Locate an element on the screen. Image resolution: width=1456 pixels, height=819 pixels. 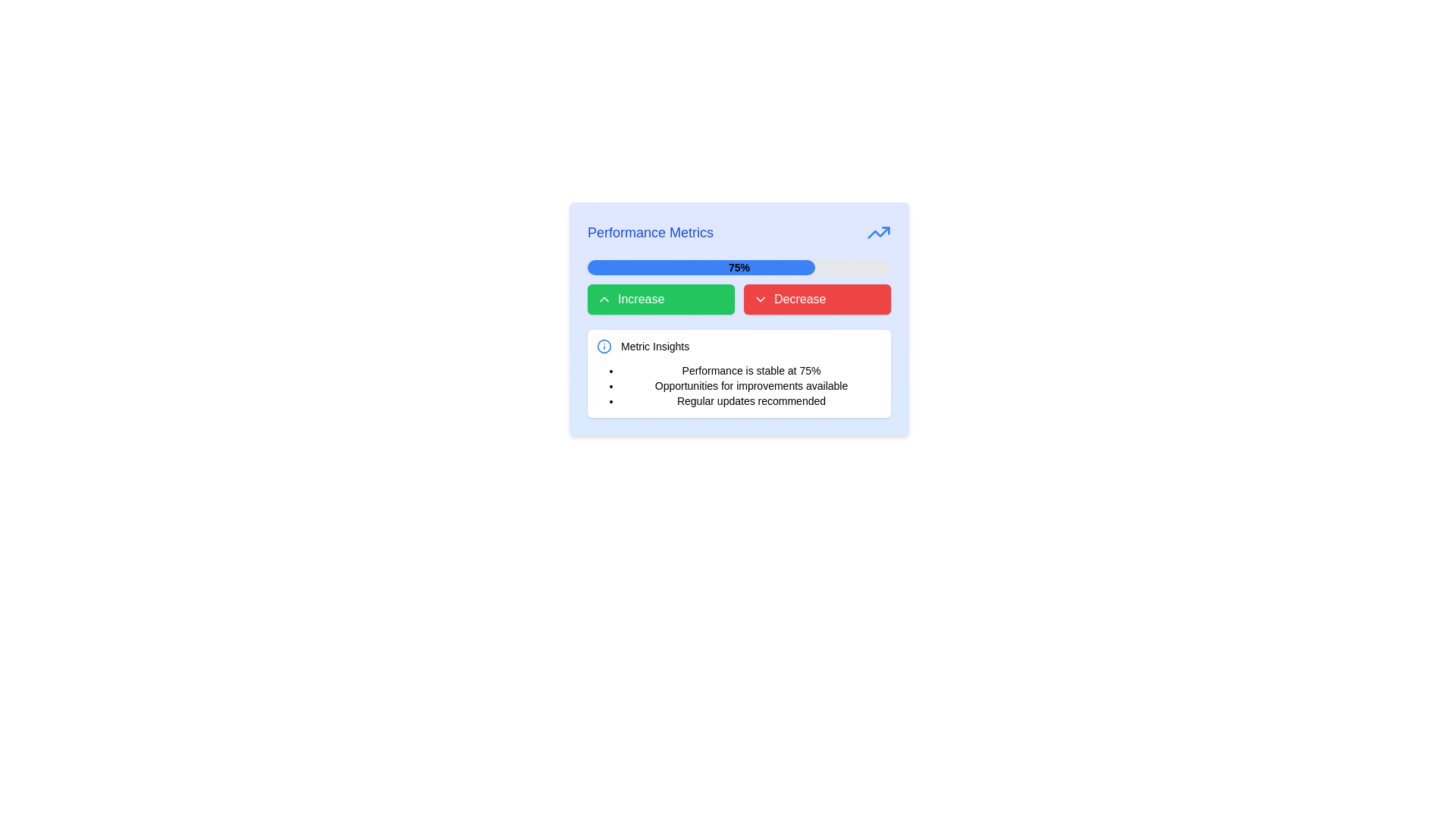
the upward trending arrow SVG icon with a blue stroke located on the right side of the 'Performance Metrics' section header is located at coordinates (878, 233).